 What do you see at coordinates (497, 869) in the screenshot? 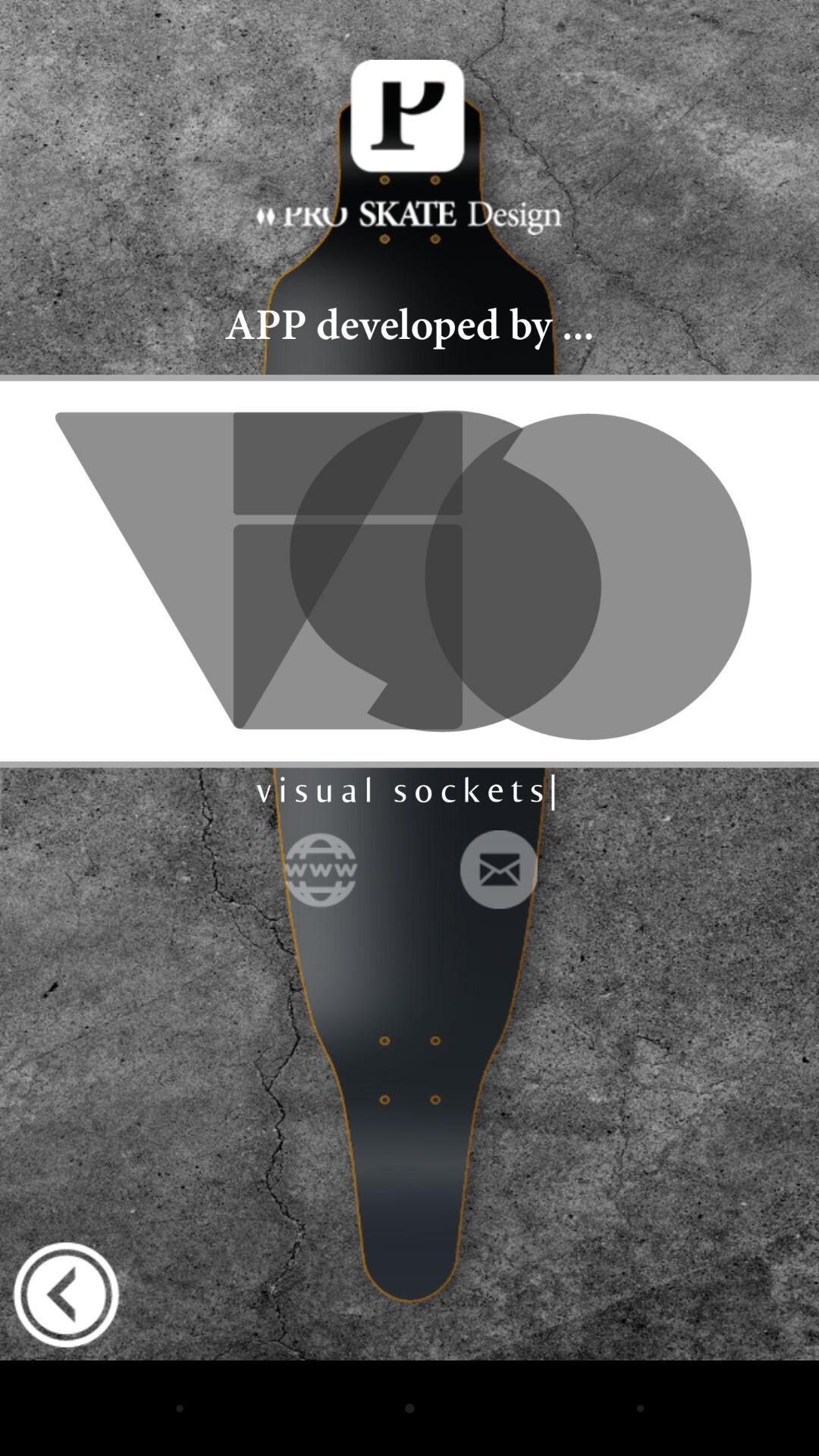
I see `messages` at bounding box center [497, 869].